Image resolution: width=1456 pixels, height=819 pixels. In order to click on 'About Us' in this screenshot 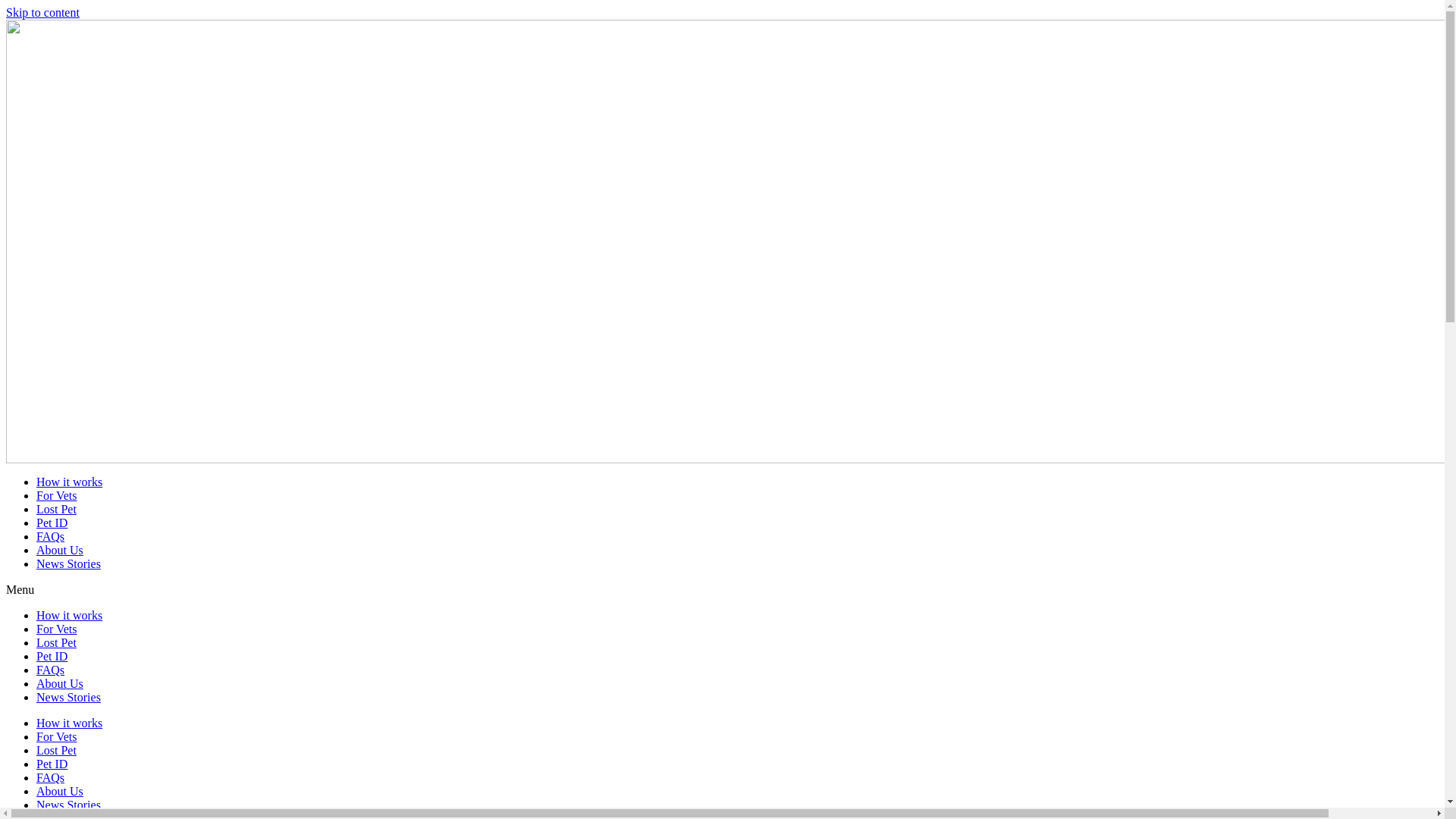, I will do `click(59, 790)`.